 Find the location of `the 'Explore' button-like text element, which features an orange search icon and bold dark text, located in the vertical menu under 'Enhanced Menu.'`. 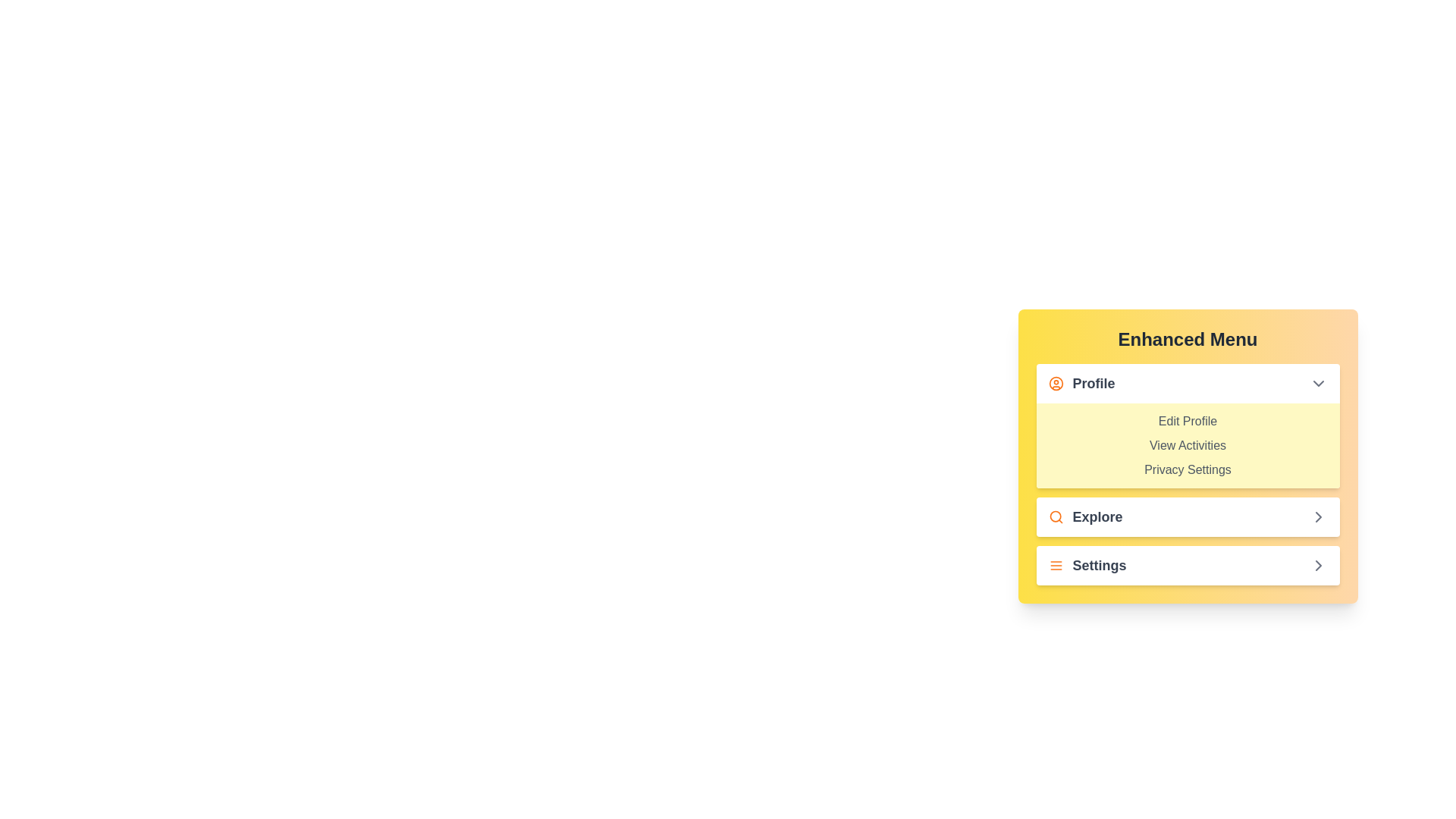

the 'Explore' button-like text element, which features an orange search icon and bold dark text, located in the vertical menu under 'Enhanced Menu.' is located at coordinates (1084, 516).